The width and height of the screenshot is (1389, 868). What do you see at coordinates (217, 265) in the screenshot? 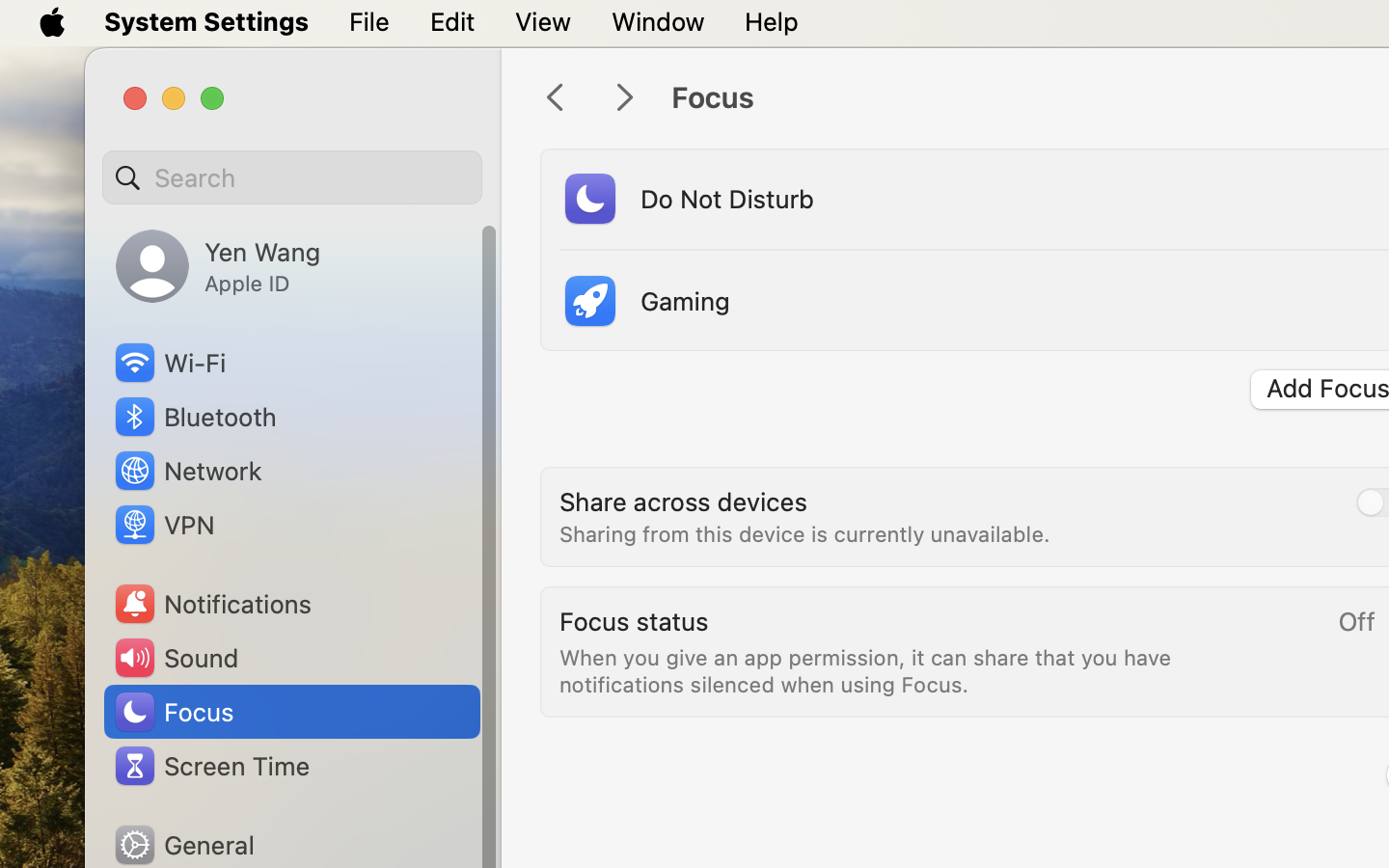
I see `'Yen Wang, Apple ID'` at bounding box center [217, 265].